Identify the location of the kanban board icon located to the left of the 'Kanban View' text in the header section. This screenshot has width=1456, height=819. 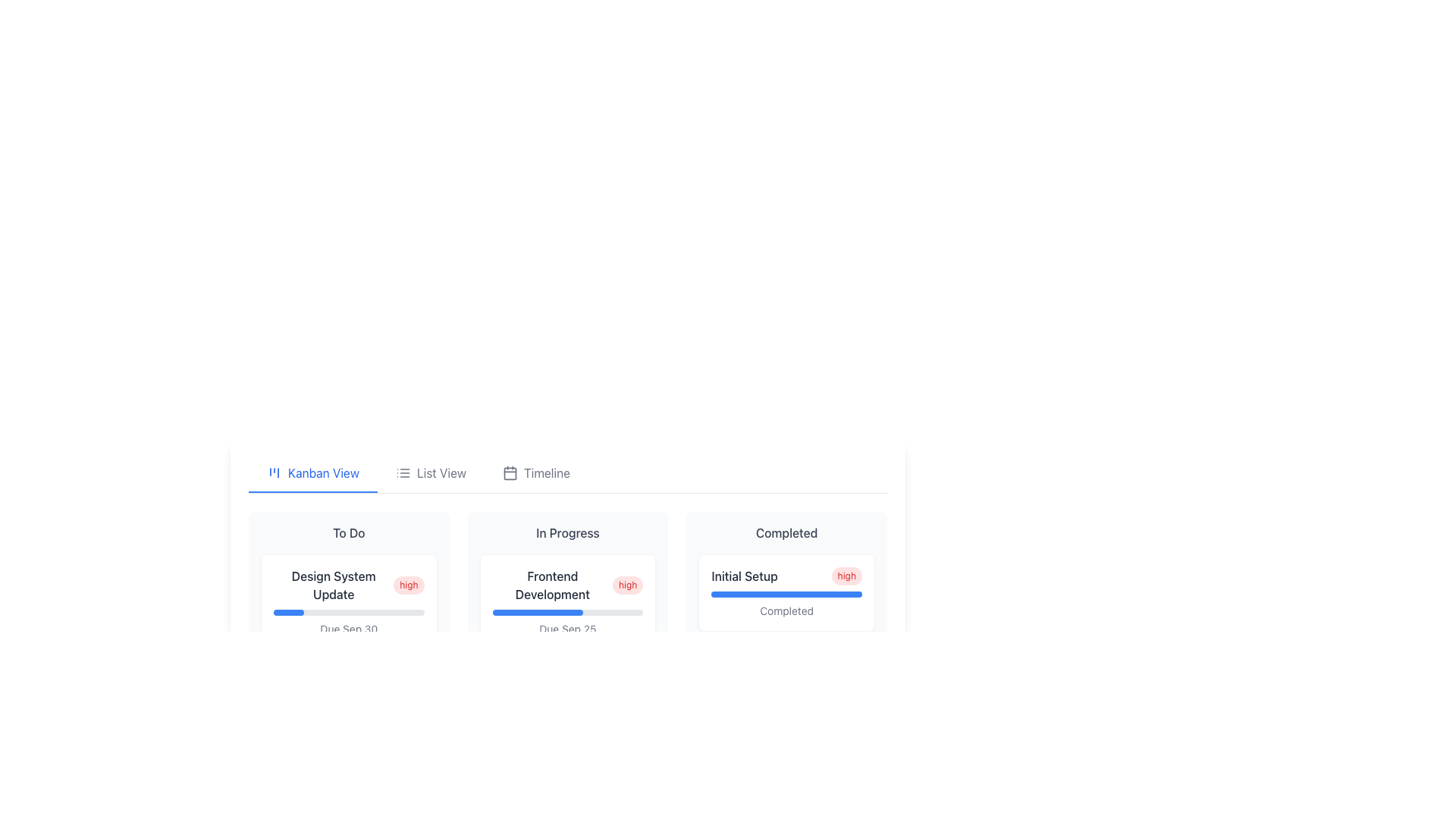
(274, 472).